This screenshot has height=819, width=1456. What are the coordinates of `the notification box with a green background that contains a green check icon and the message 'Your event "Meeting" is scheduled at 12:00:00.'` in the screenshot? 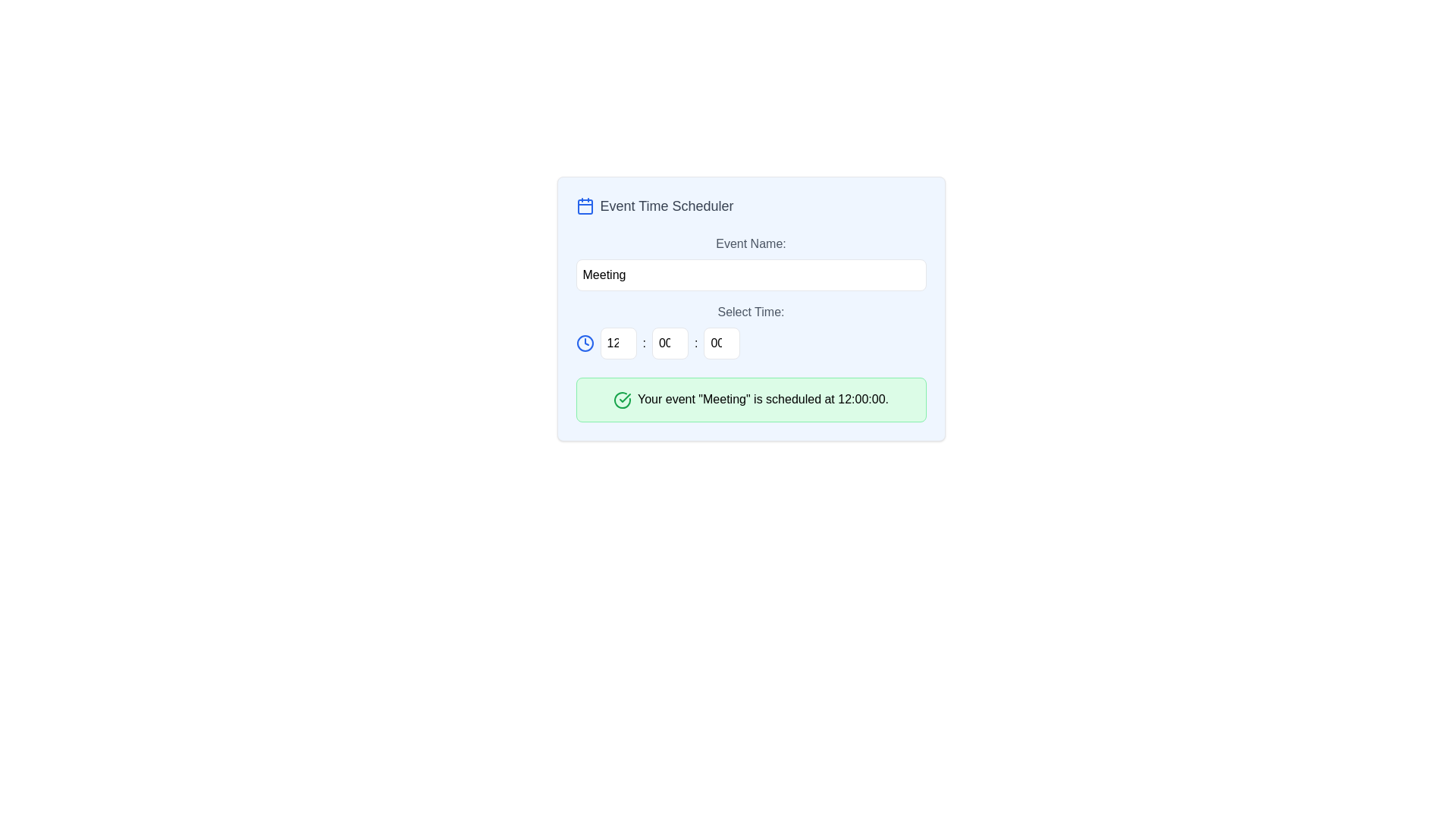 It's located at (751, 399).